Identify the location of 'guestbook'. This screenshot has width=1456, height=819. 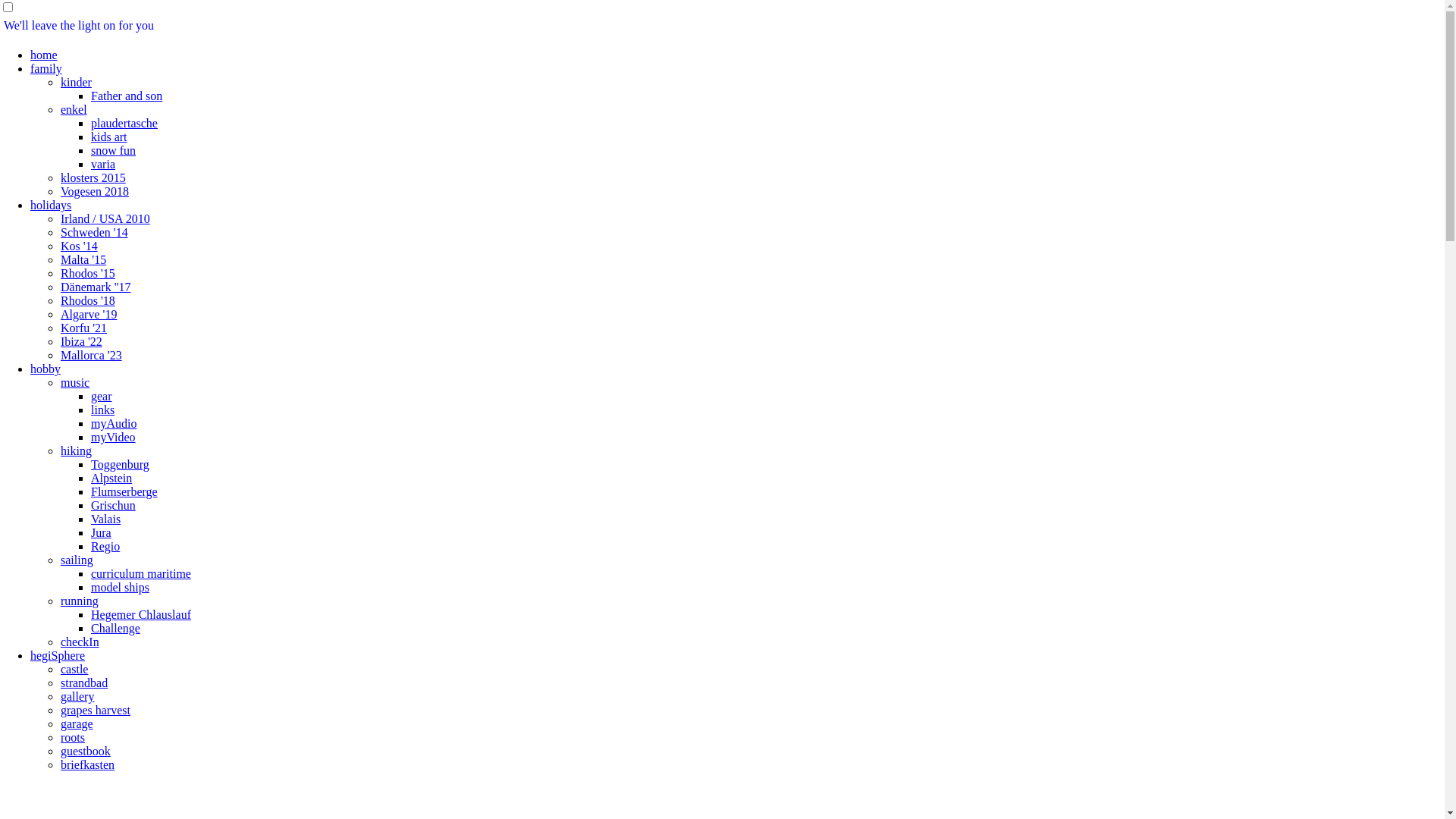
(85, 751).